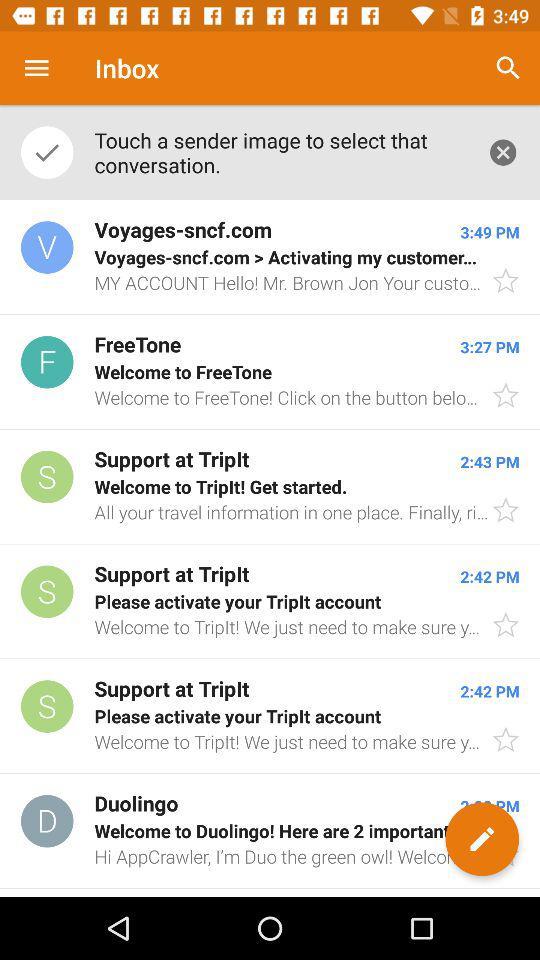  I want to click on the edit icon, so click(481, 839).